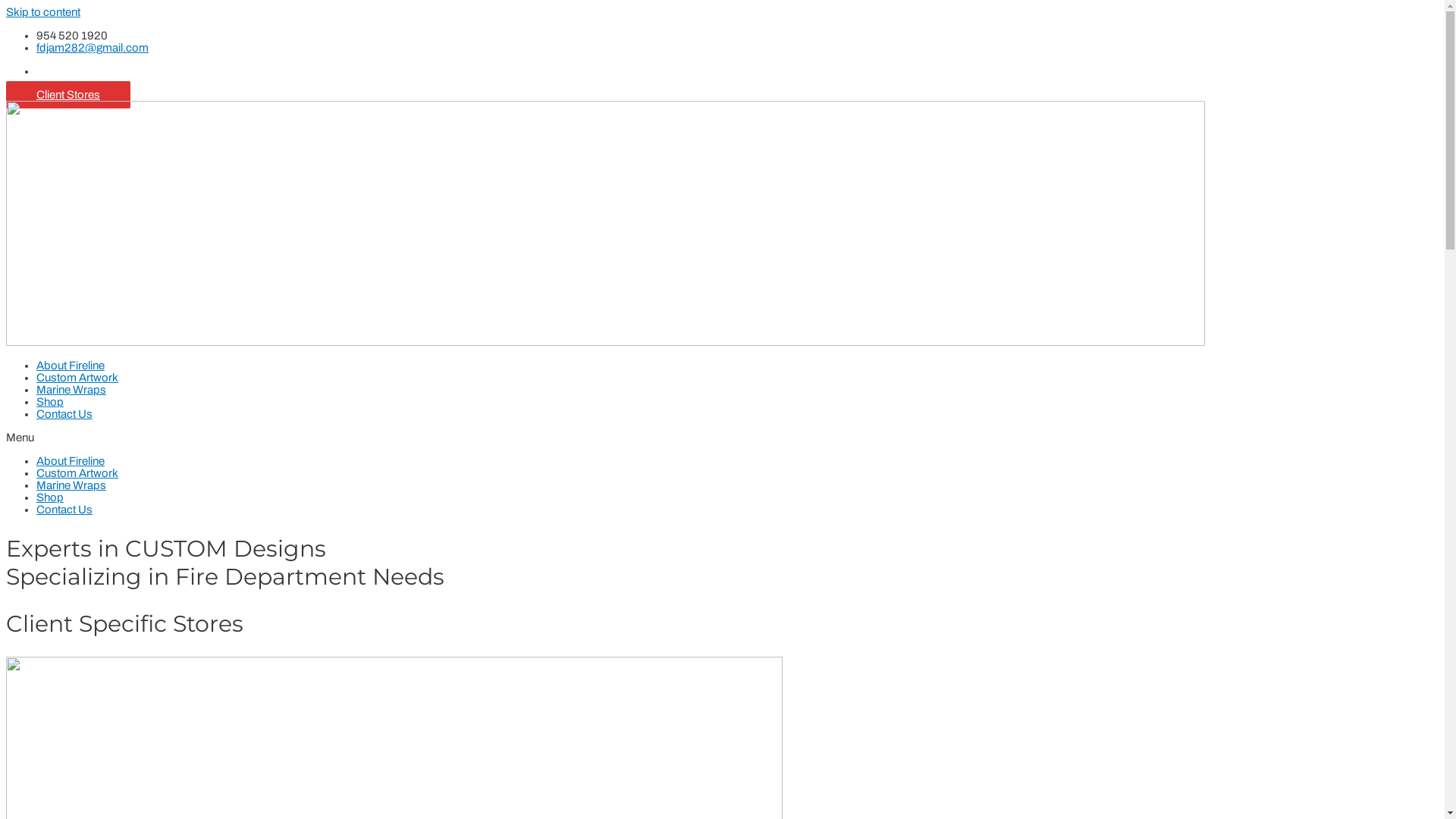 This screenshot has height=819, width=1456. Describe the element at coordinates (50, 497) in the screenshot. I see `'Shop'` at that location.